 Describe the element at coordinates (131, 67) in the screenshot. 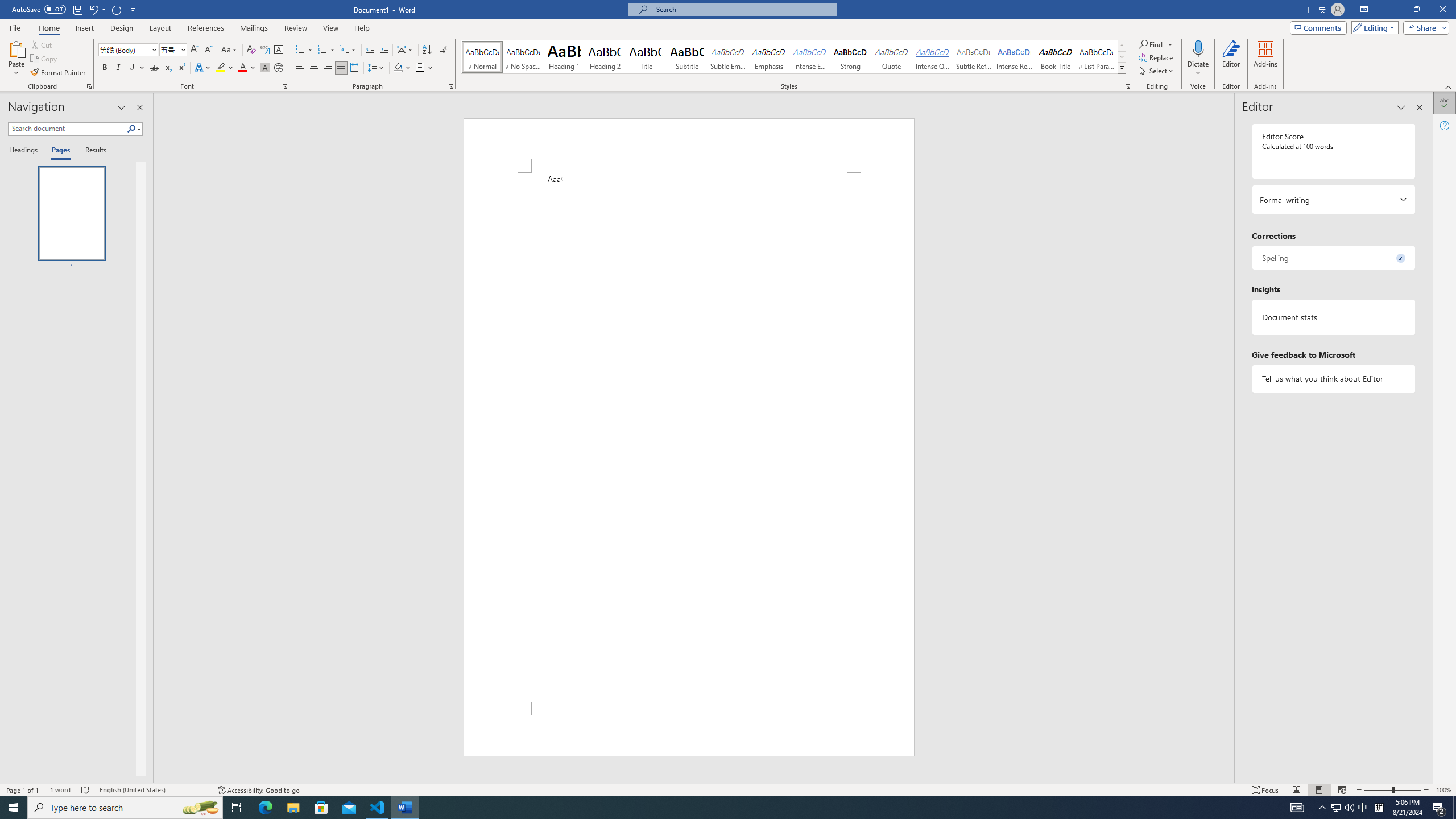

I see `'Underline'` at that location.